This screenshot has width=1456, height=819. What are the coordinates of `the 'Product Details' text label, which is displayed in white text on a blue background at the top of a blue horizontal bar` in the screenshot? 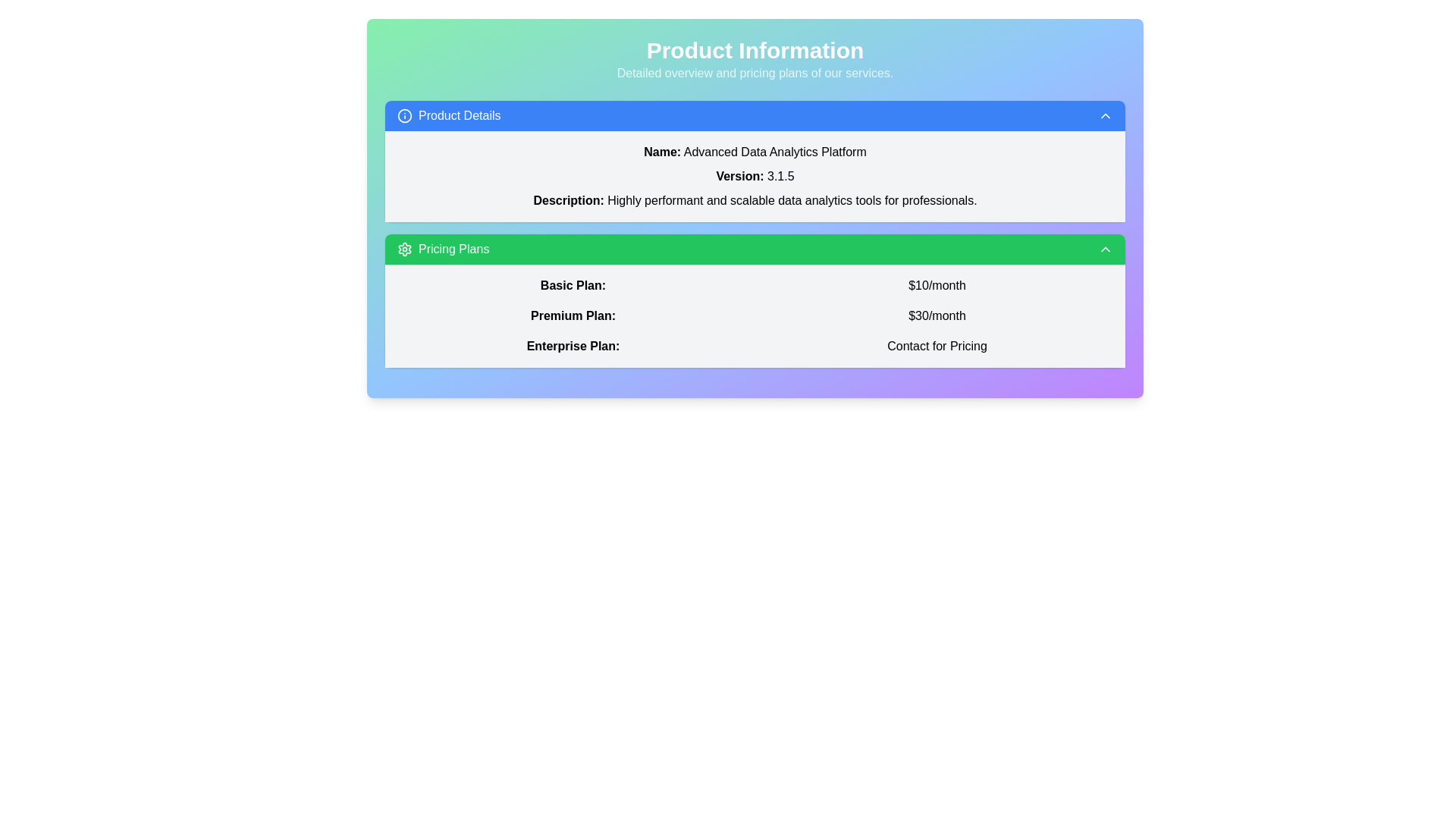 It's located at (459, 115).